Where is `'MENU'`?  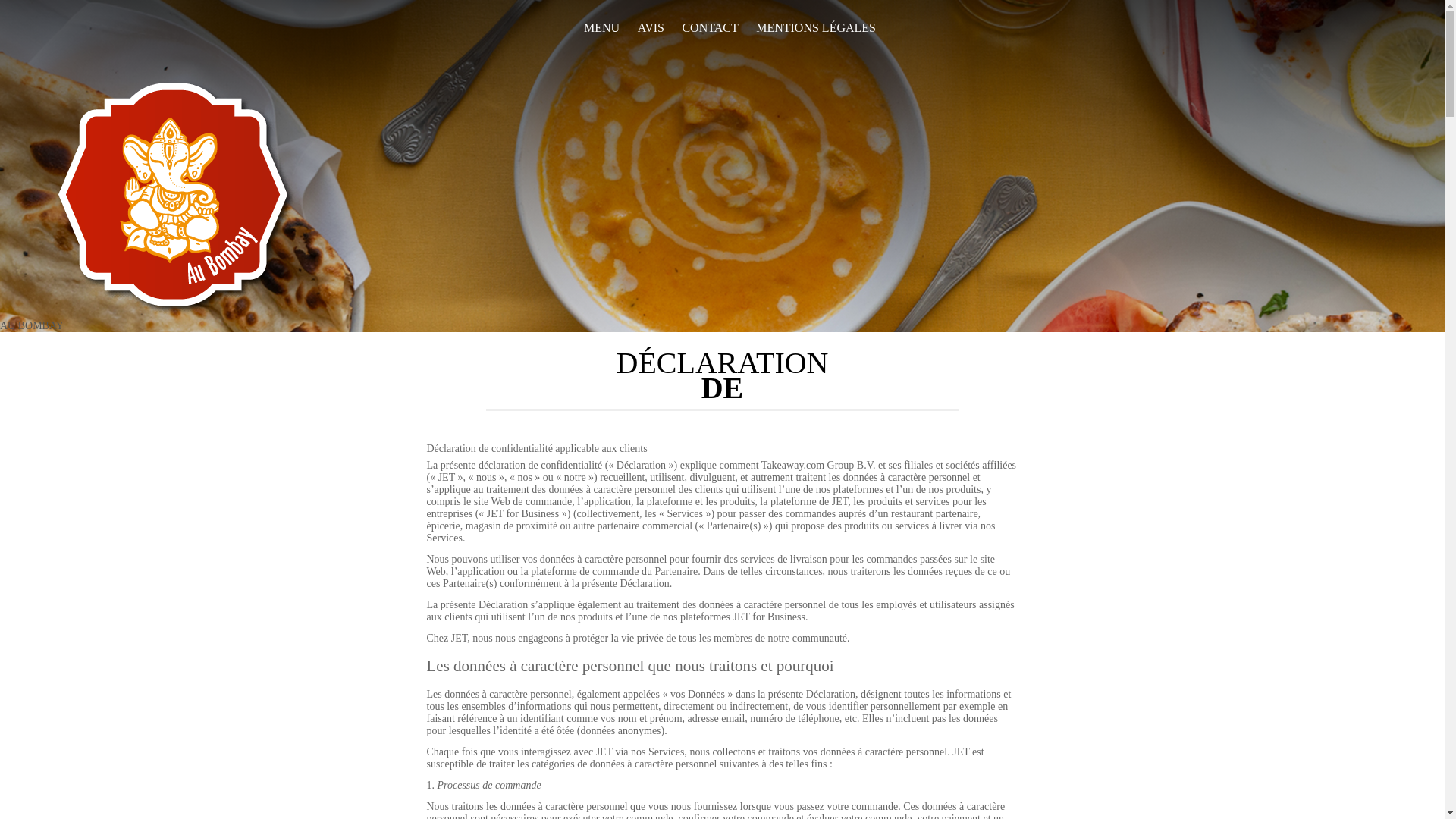 'MENU' is located at coordinates (601, 28).